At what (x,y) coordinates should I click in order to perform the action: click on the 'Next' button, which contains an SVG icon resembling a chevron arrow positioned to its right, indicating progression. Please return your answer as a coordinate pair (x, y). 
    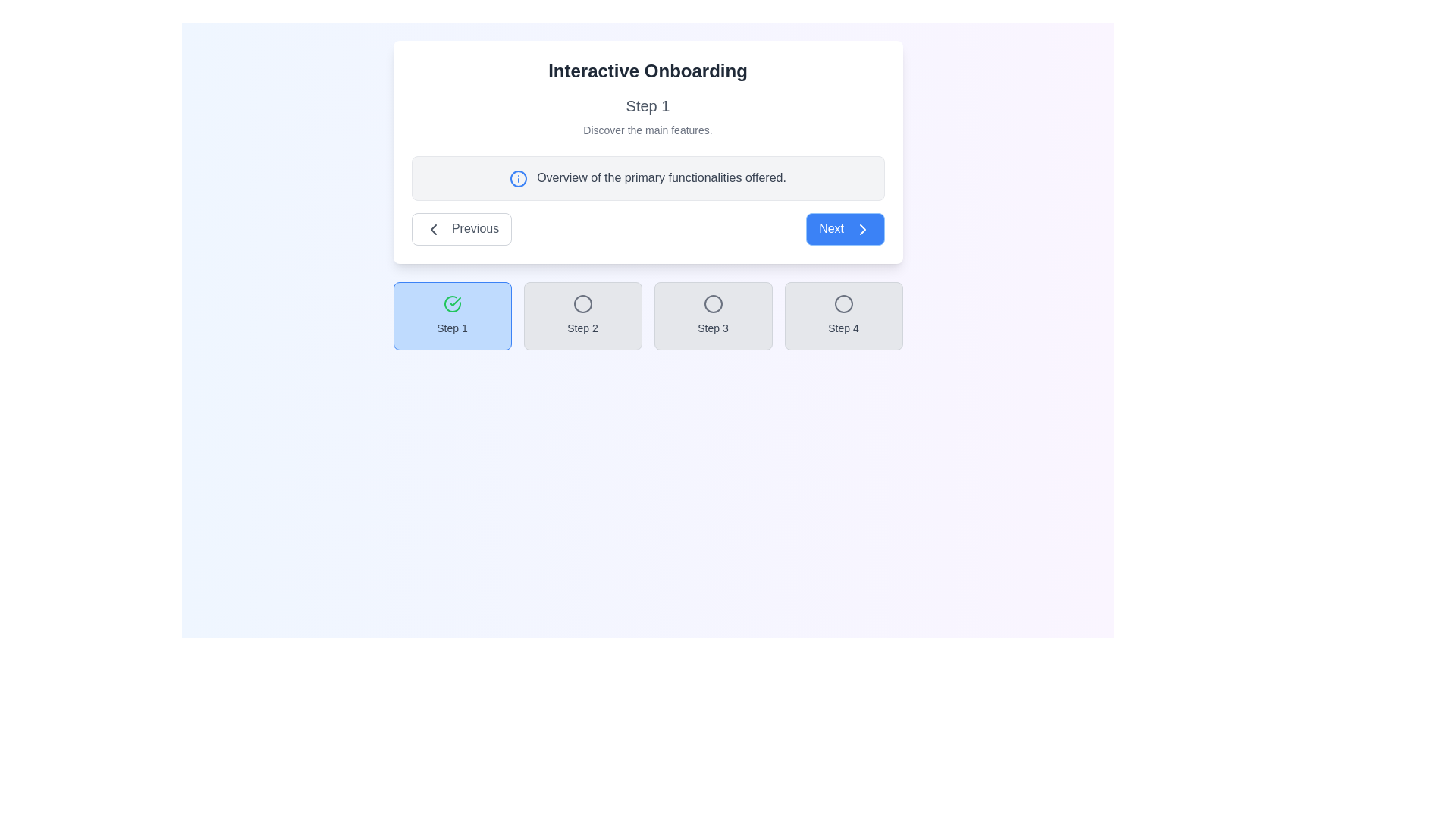
    Looking at the image, I should click on (862, 229).